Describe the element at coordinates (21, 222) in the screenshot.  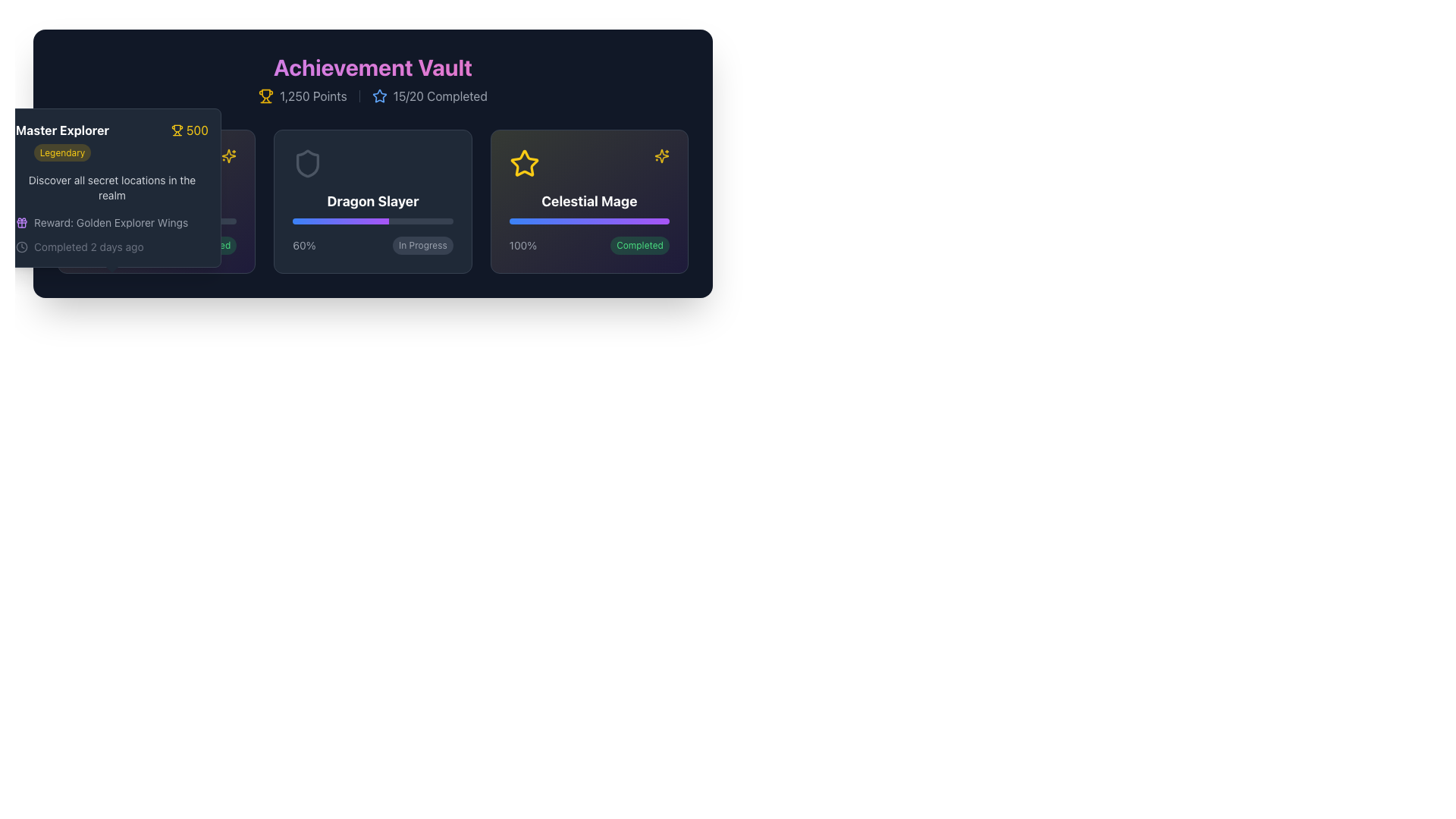
I see `the visual indicator icon representing the 'Golden Explorer Wings', located to the left of the text 'Reward: Golden Explorer Wings' in the 'Master Explorer' section` at that location.